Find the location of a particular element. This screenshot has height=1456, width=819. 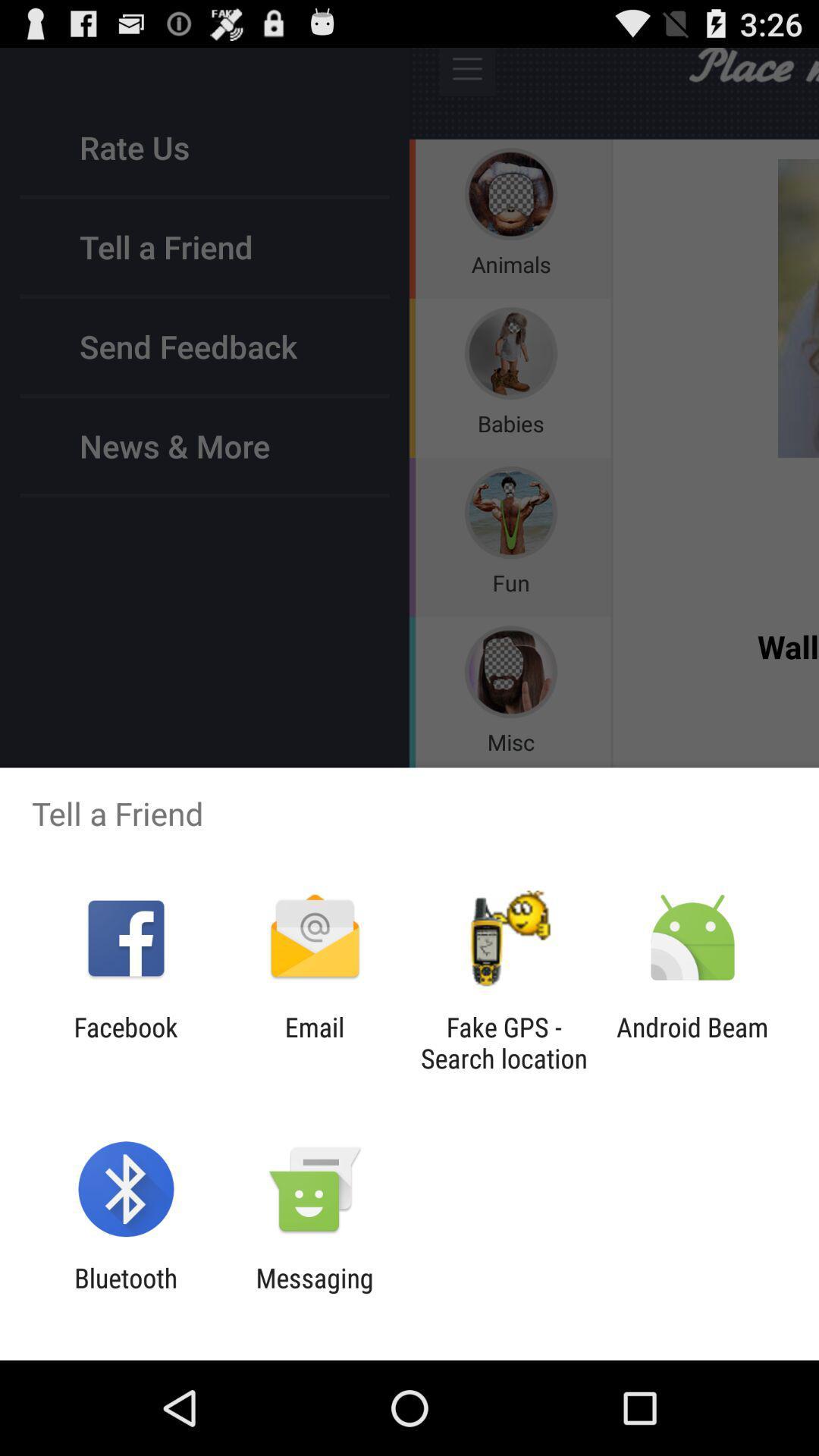

bluetooth app is located at coordinates (125, 1293).